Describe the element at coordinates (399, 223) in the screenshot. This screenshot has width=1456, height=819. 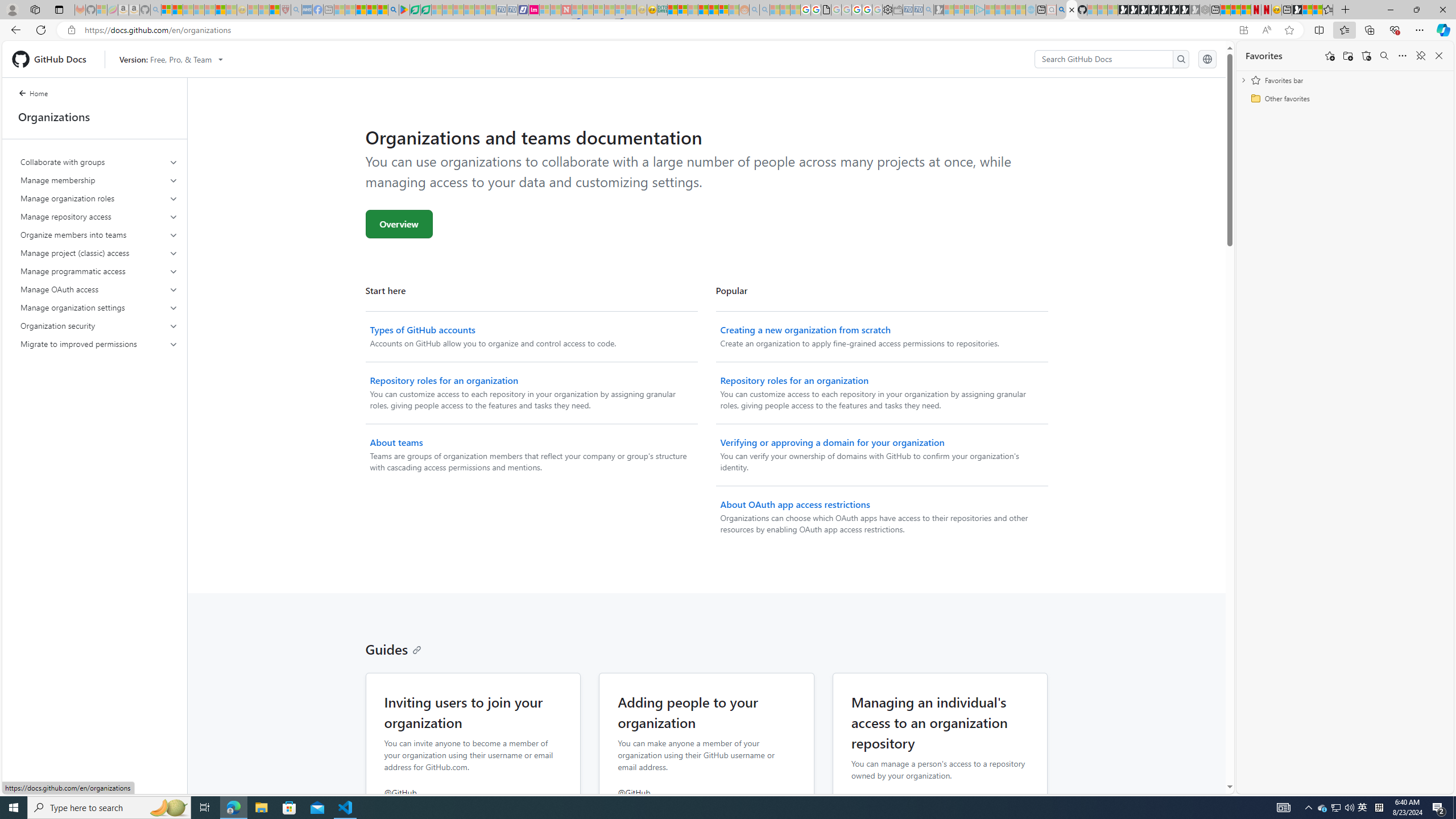
I see `'Overview'` at that location.